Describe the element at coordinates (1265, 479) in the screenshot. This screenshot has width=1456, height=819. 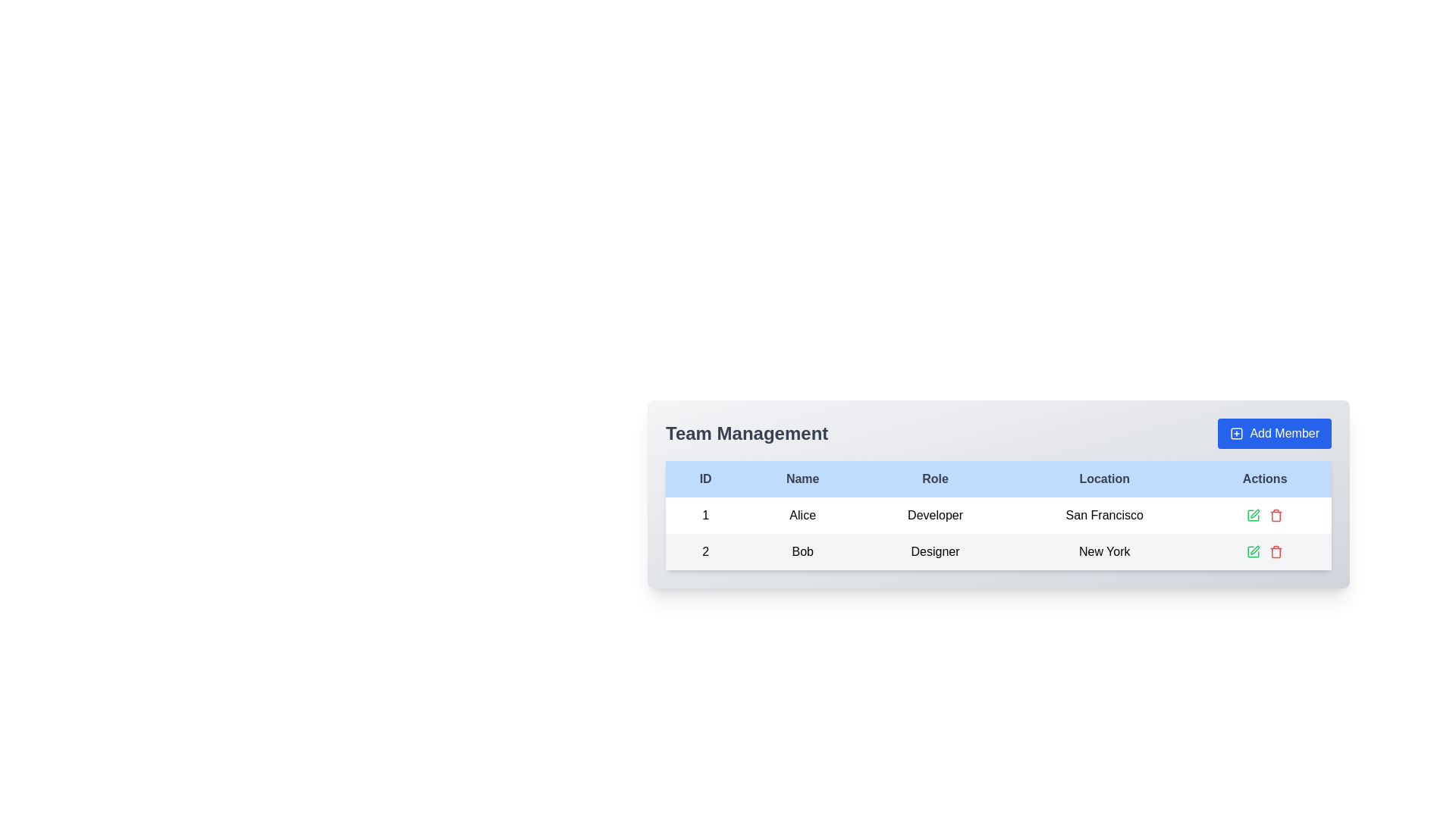
I see `the header label in the top-right corner of the data table, which indicates the column for action buttons or icons` at that location.